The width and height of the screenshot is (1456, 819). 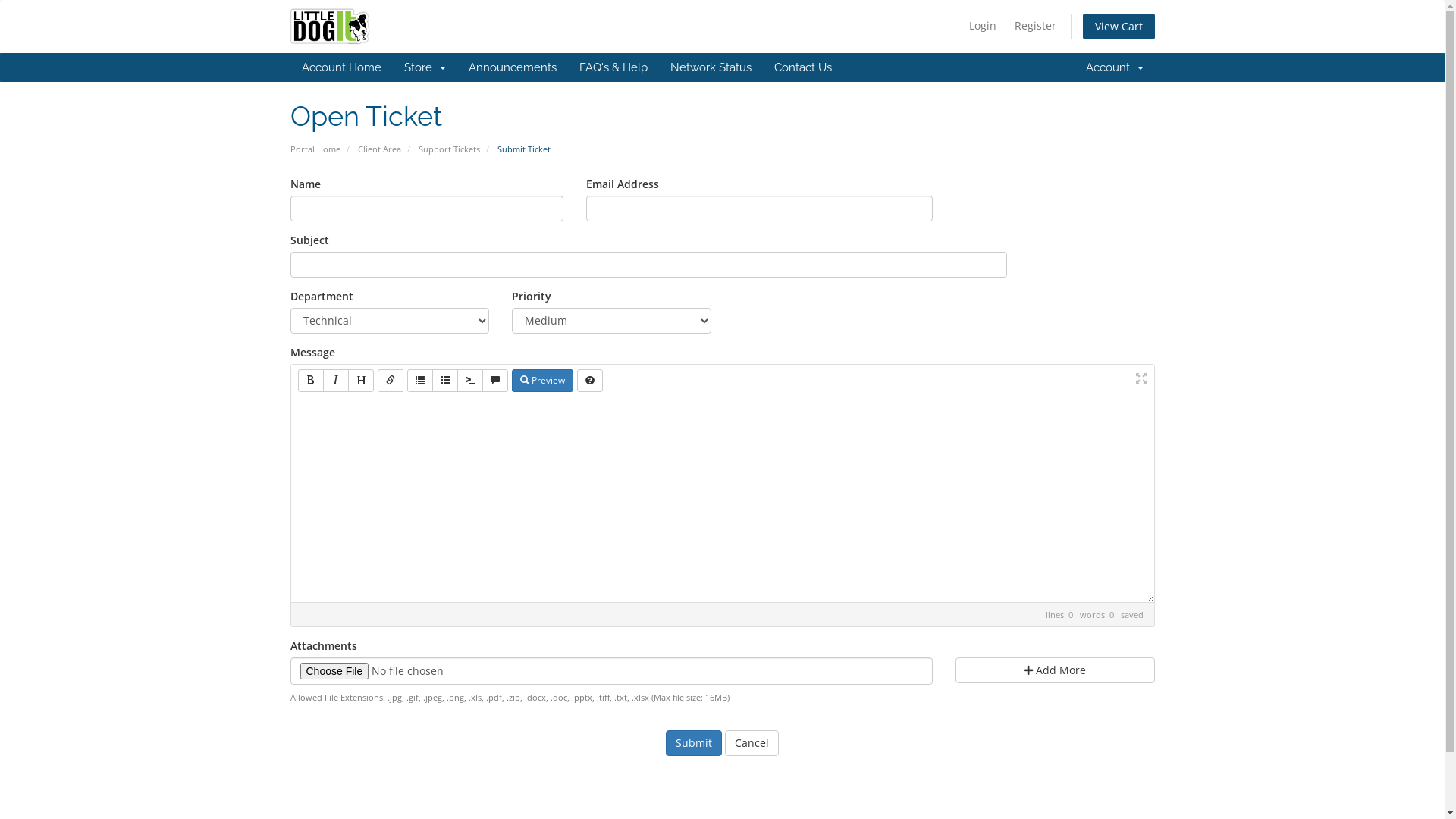 What do you see at coordinates (393, 66) in the screenshot?
I see `'Store  '` at bounding box center [393, 66].